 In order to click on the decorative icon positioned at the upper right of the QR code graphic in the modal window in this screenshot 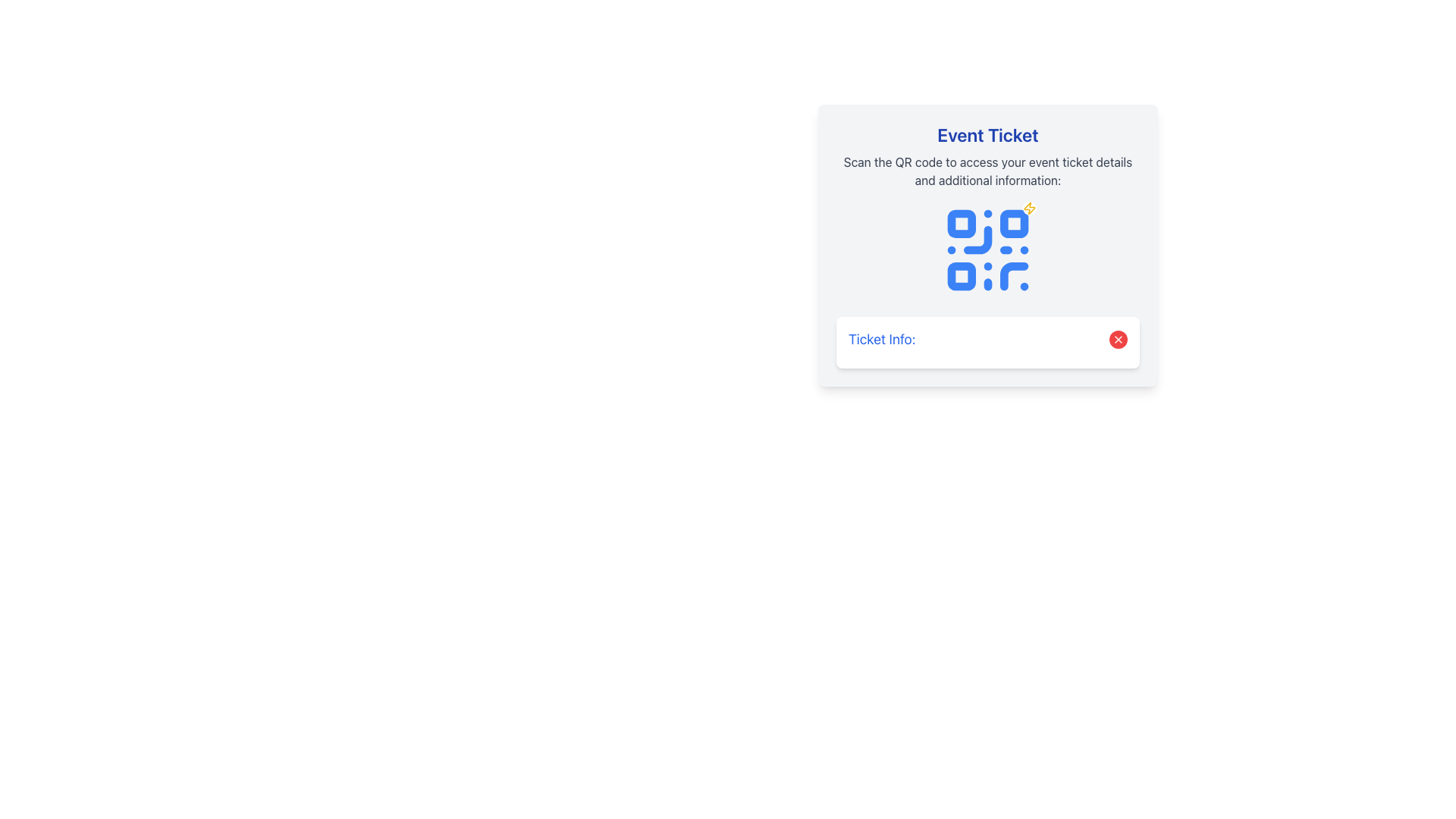, I will do `click(1030, 208)`.